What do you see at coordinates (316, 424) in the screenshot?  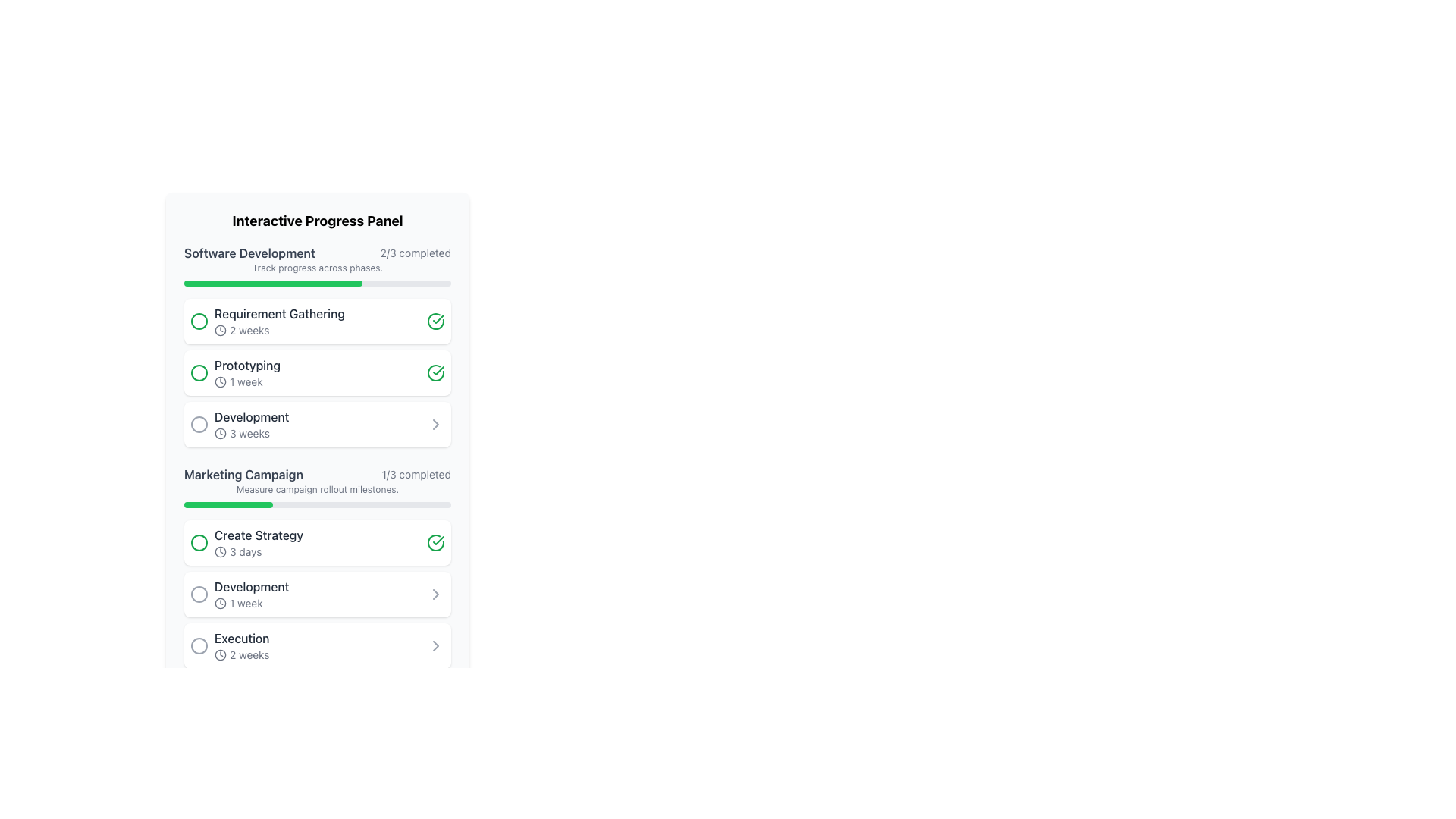 I see `the list item displaying the task 'Development' with a duration of '3 weeks', which is the third item in the vertical list under 'Software Development'` at bounding box center [316, 424].